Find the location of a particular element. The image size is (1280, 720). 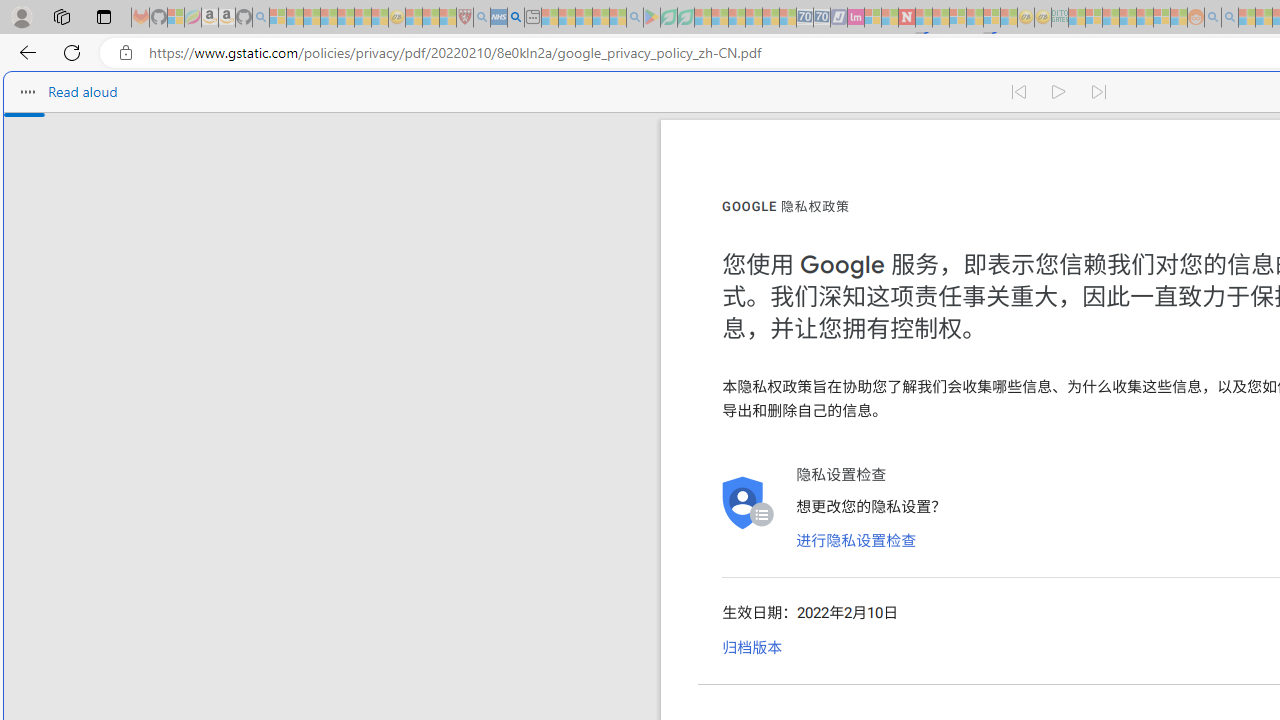

'Tab actions menu' is located at coordinates (103, 16).